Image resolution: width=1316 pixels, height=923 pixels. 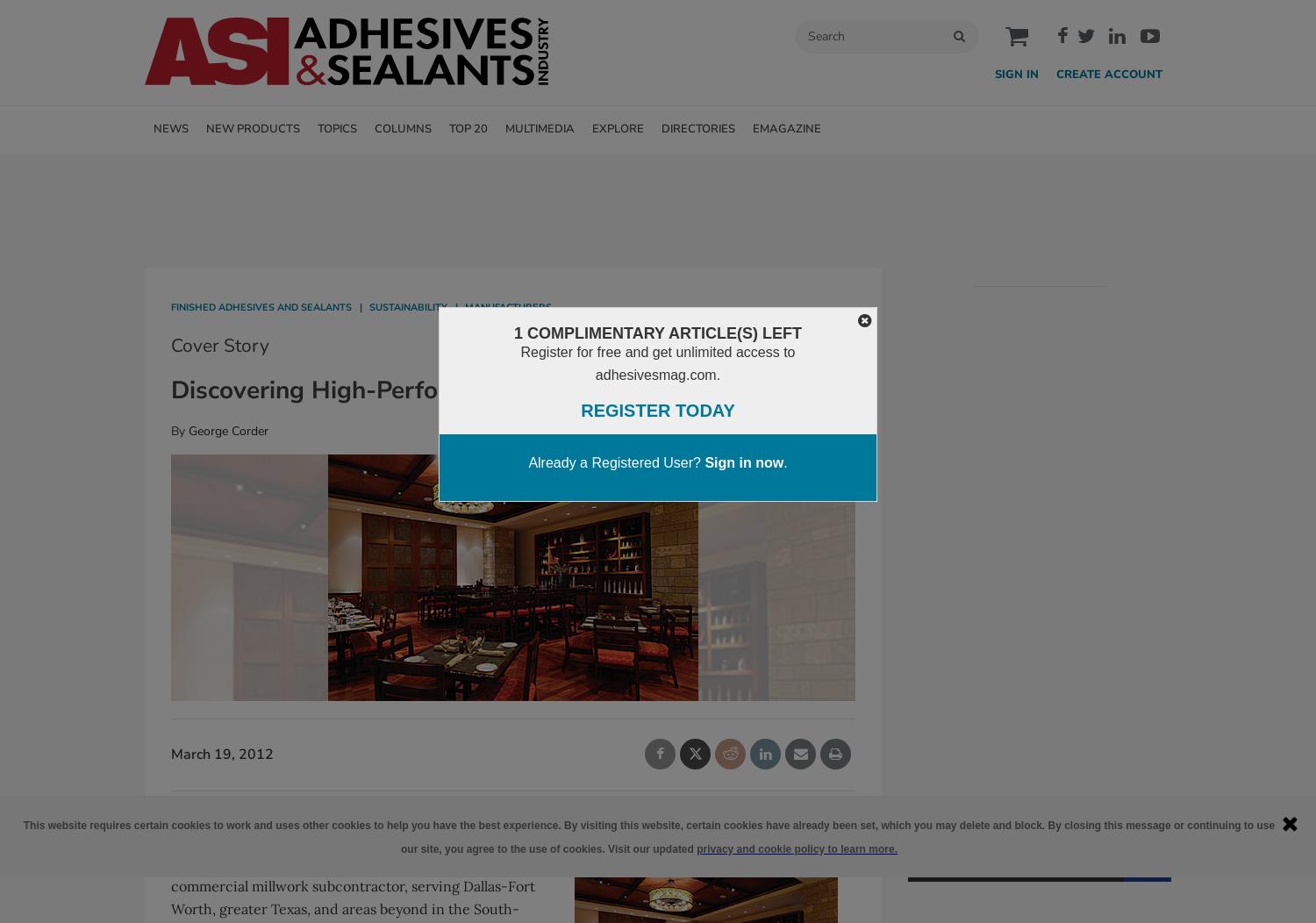 I want to click on 'privacy and cookie policy to learn more.', so click(x=796, y=848).